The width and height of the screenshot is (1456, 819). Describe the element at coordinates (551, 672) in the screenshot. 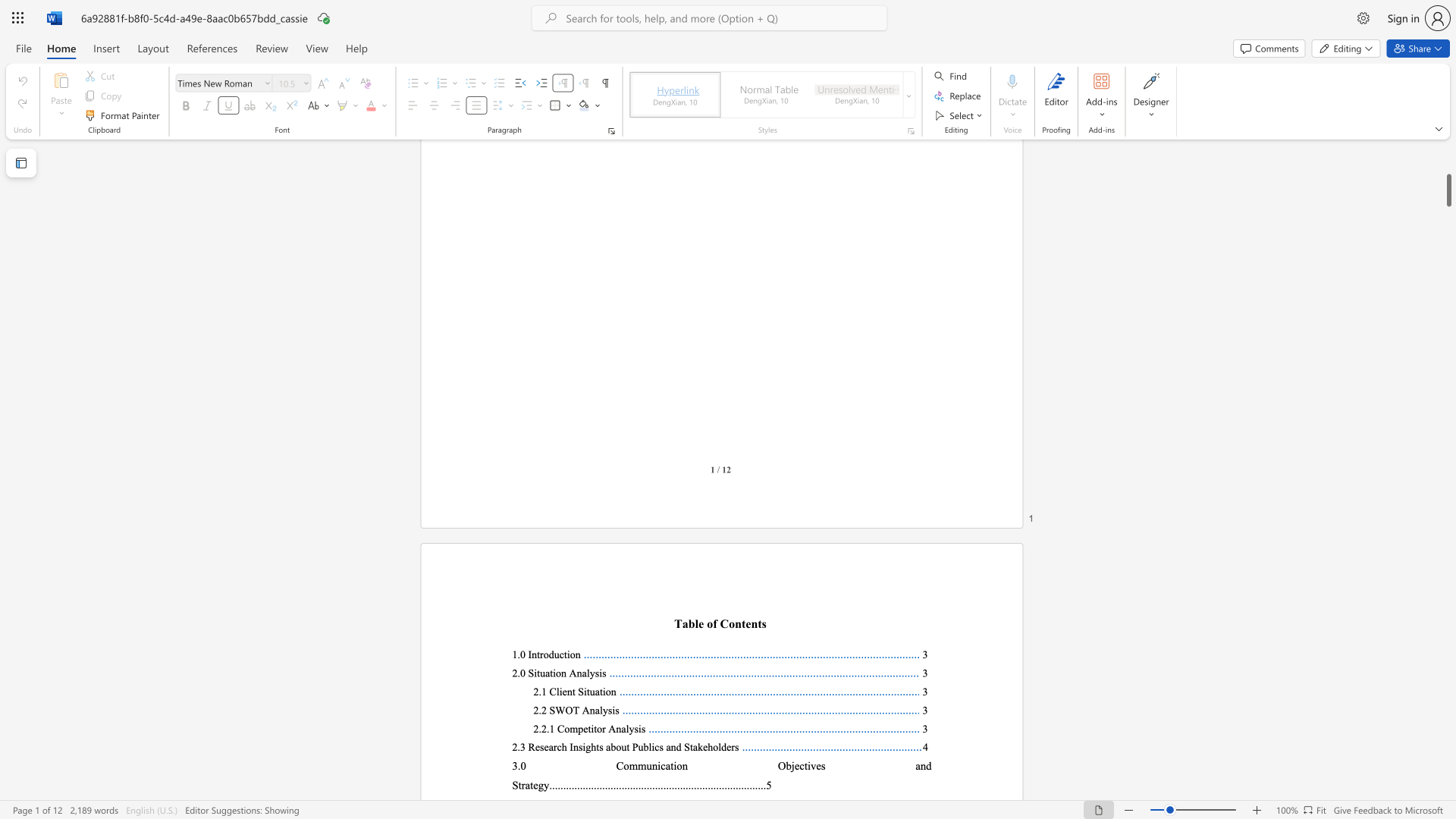

I see `the 2th character "t" in the text` at that location.